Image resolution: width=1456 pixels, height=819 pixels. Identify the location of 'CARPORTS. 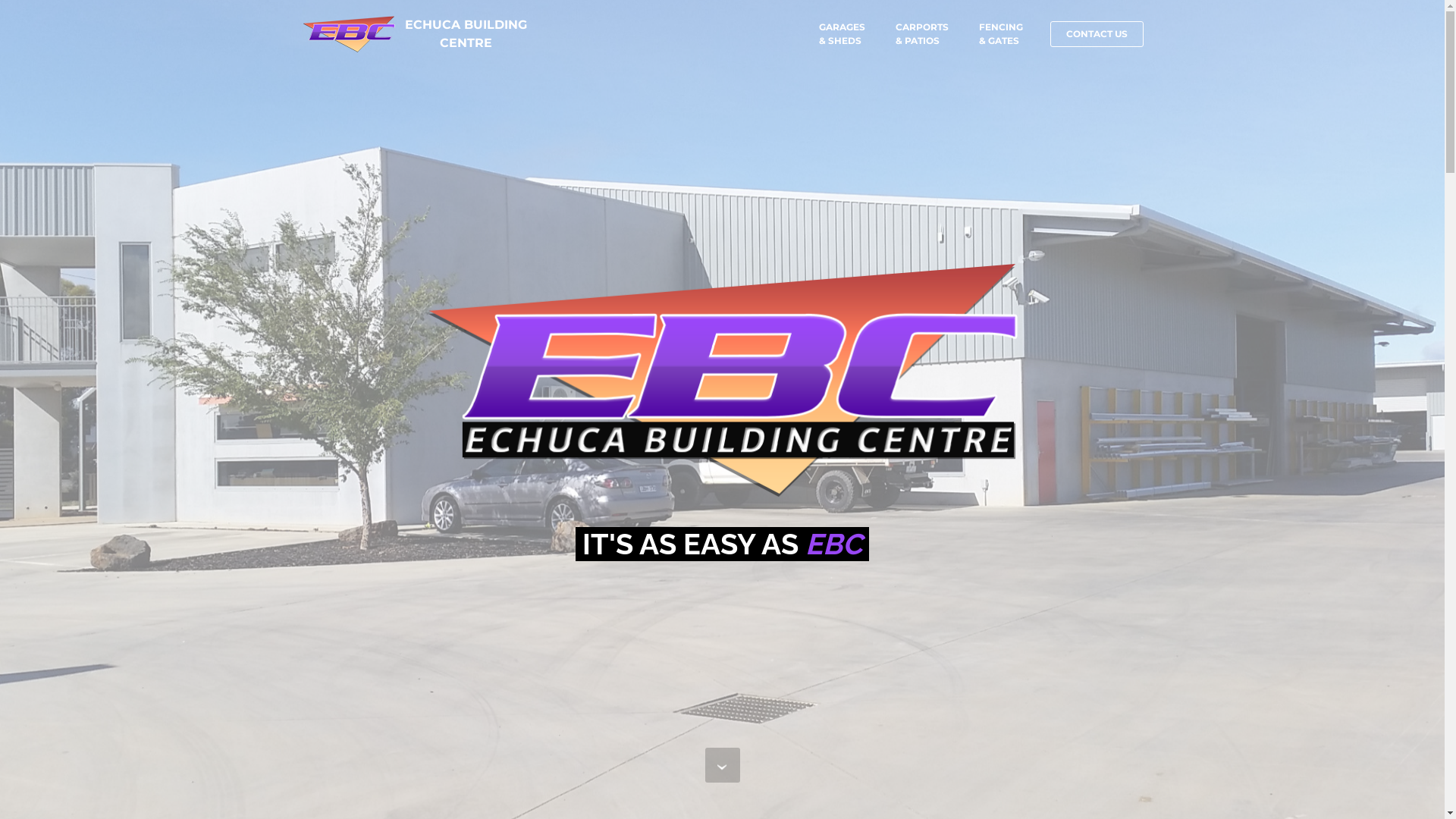
(895, 34).